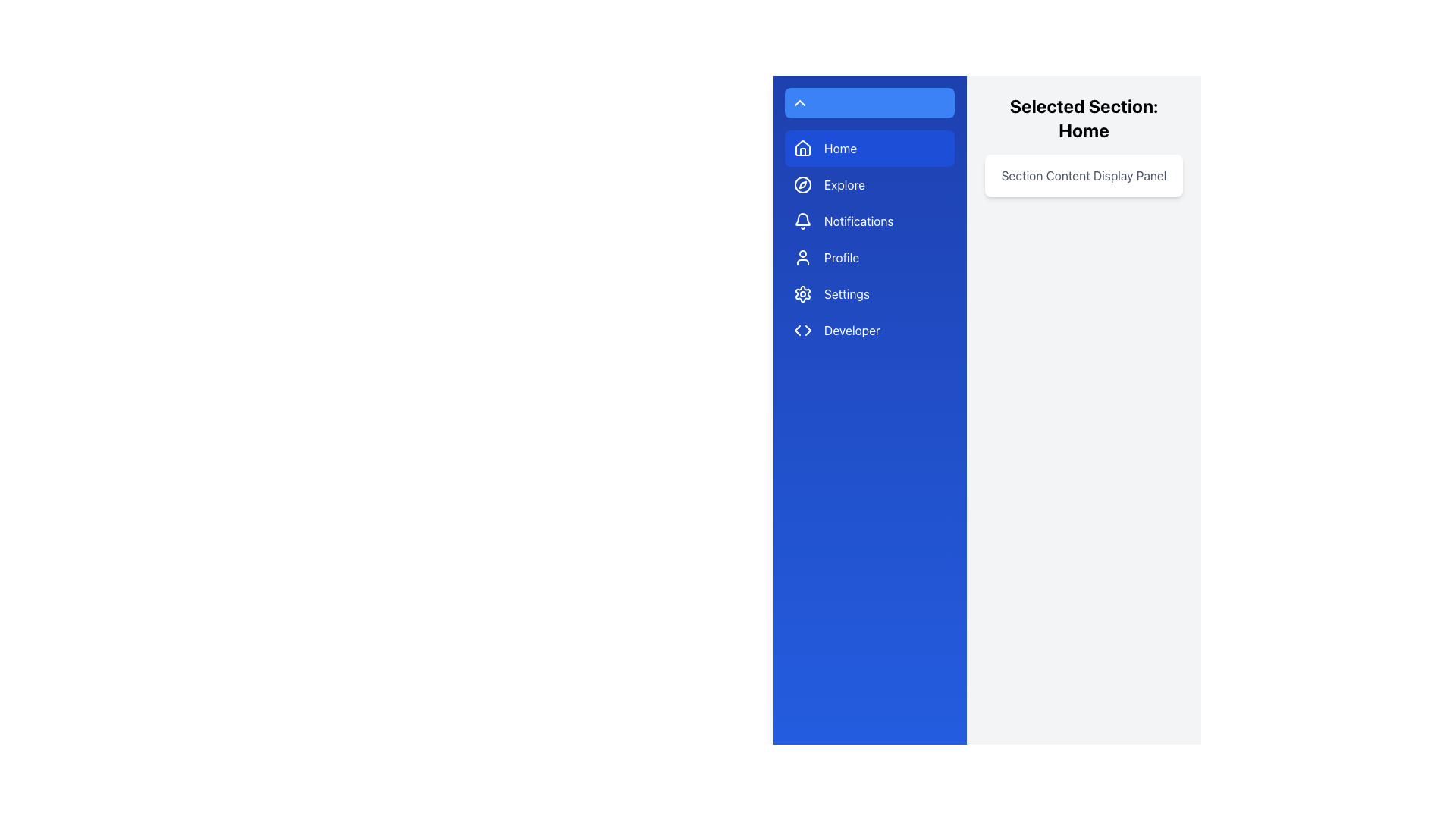  Describe the element at coordinates (1083, 117) in the screenshot. I see `the text display that shows 'Selected Section: Home' in a bold, extra-large font style, located within a light gray panel on the right side of the interface` at that location.